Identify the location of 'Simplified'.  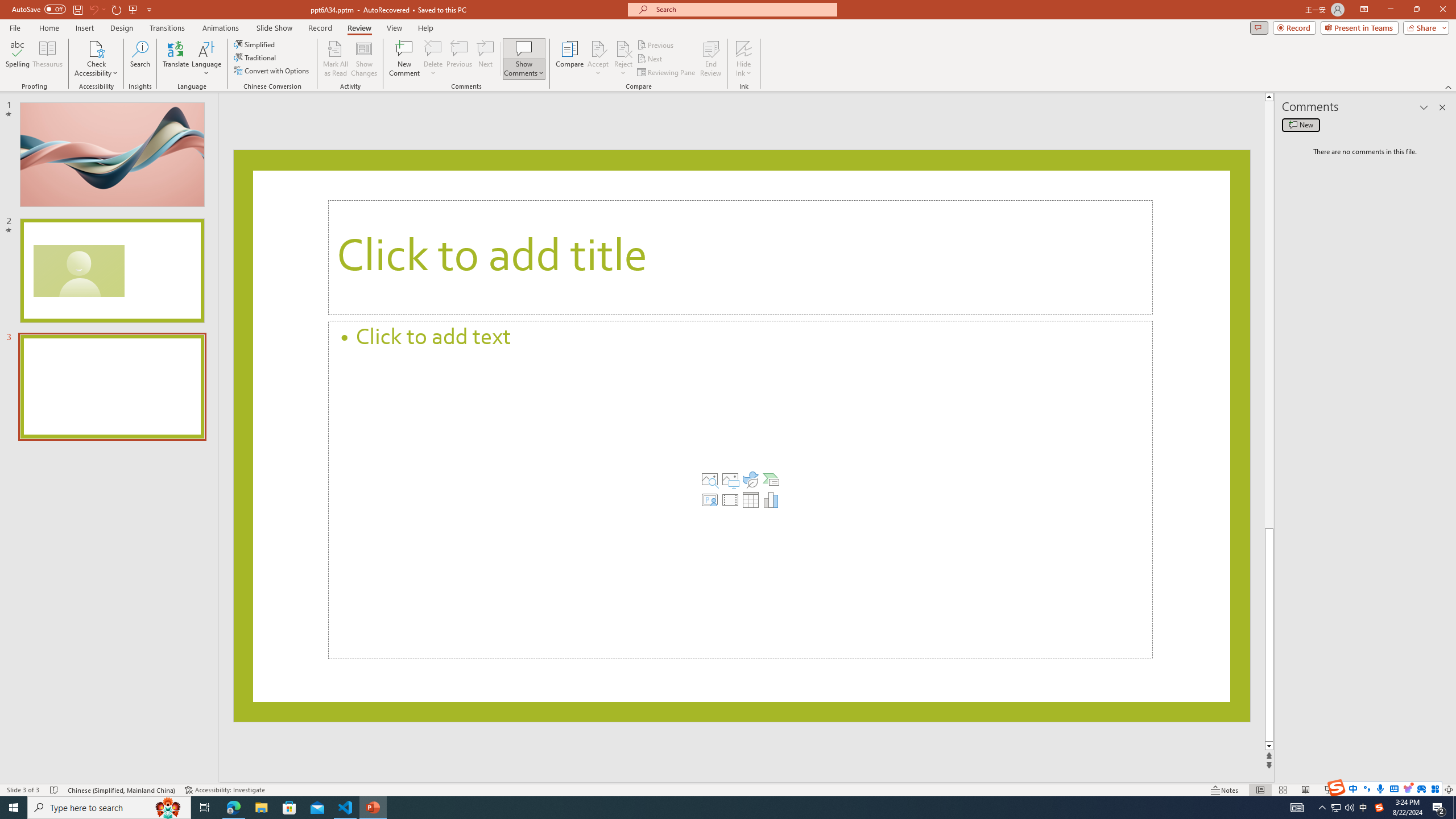
(255, 44).